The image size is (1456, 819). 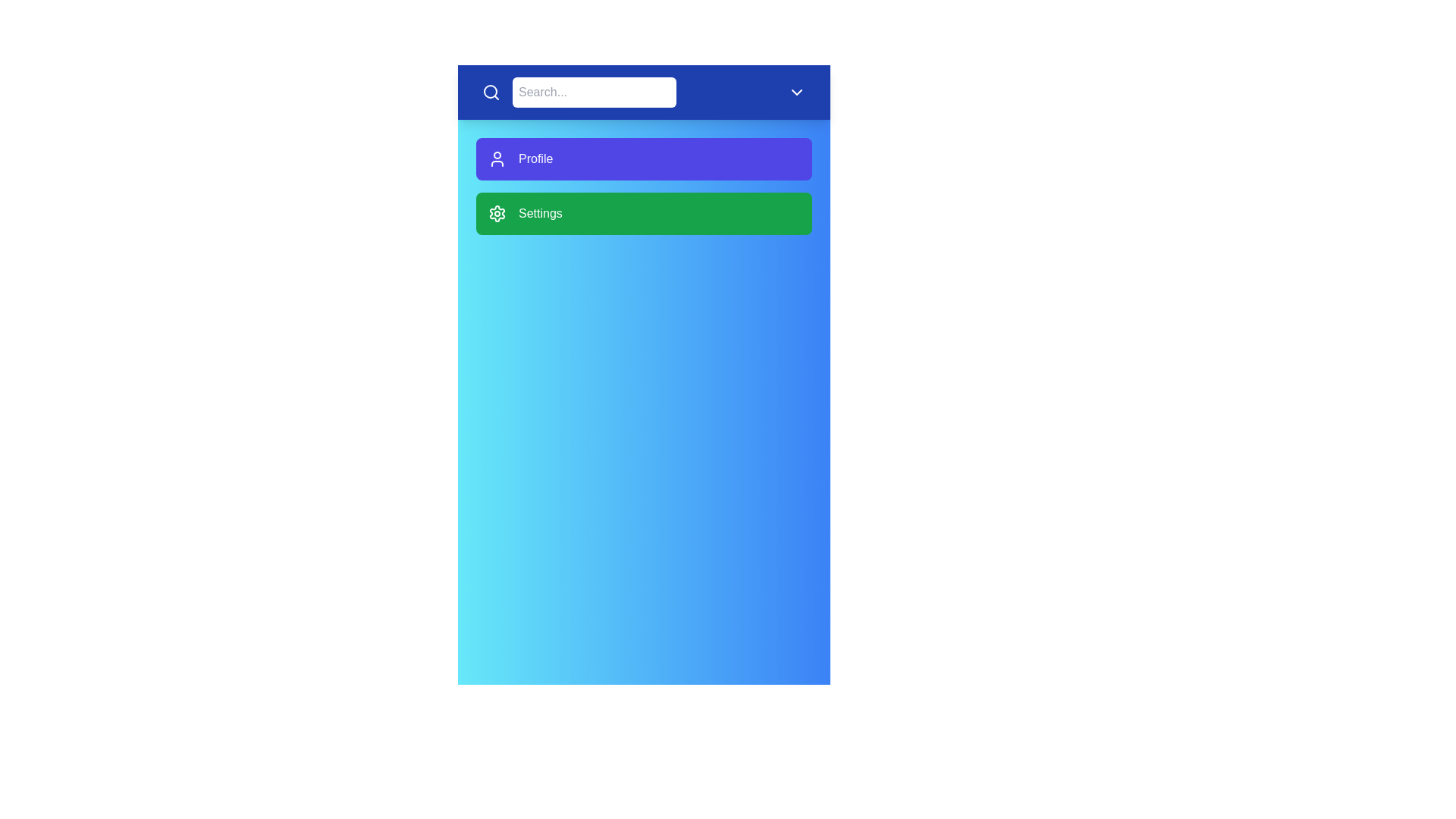 I want to click on the 'Settings' menu item to open the settings page, so click(x=644, y=213).